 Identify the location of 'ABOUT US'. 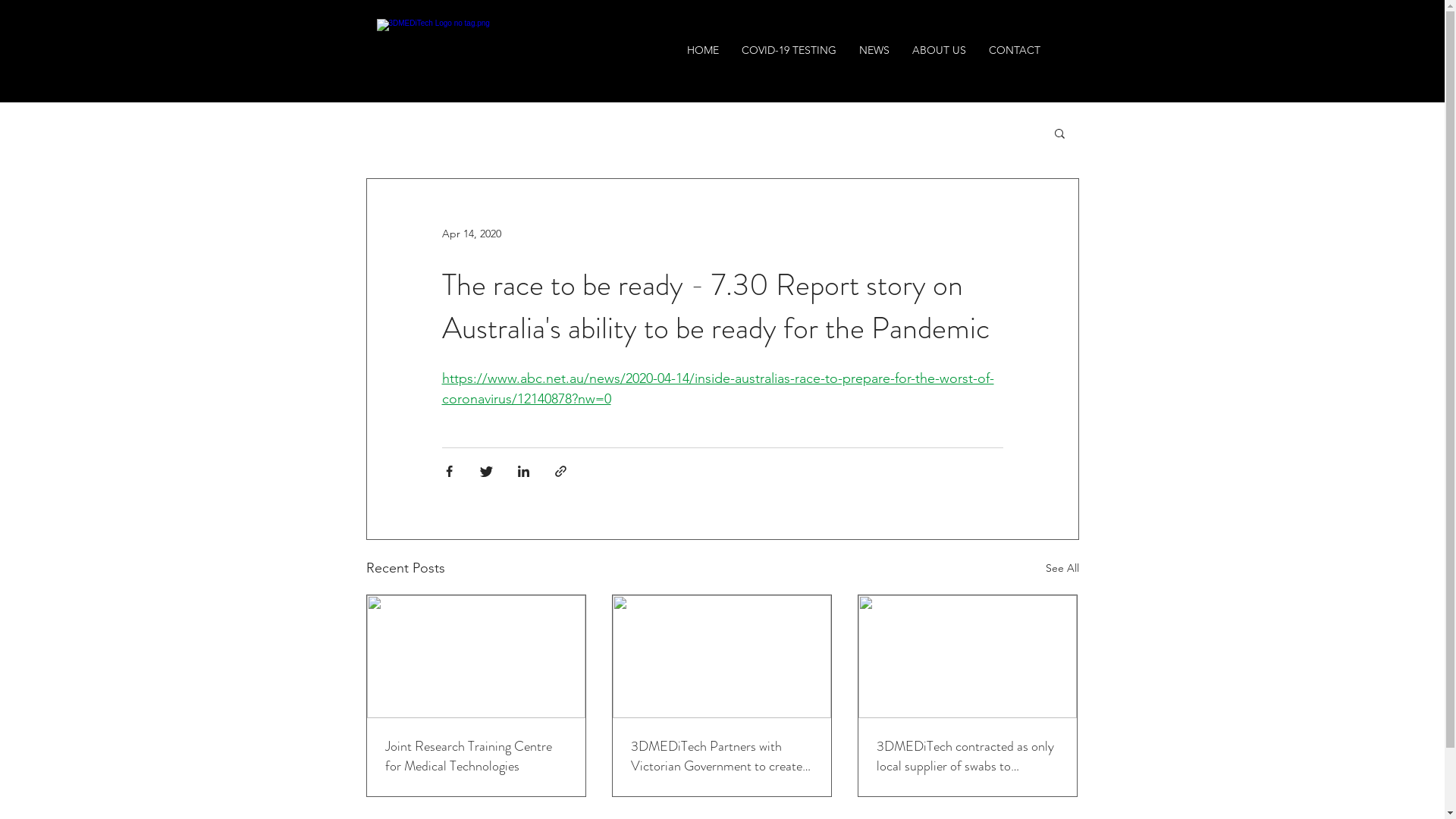
(938, 49).